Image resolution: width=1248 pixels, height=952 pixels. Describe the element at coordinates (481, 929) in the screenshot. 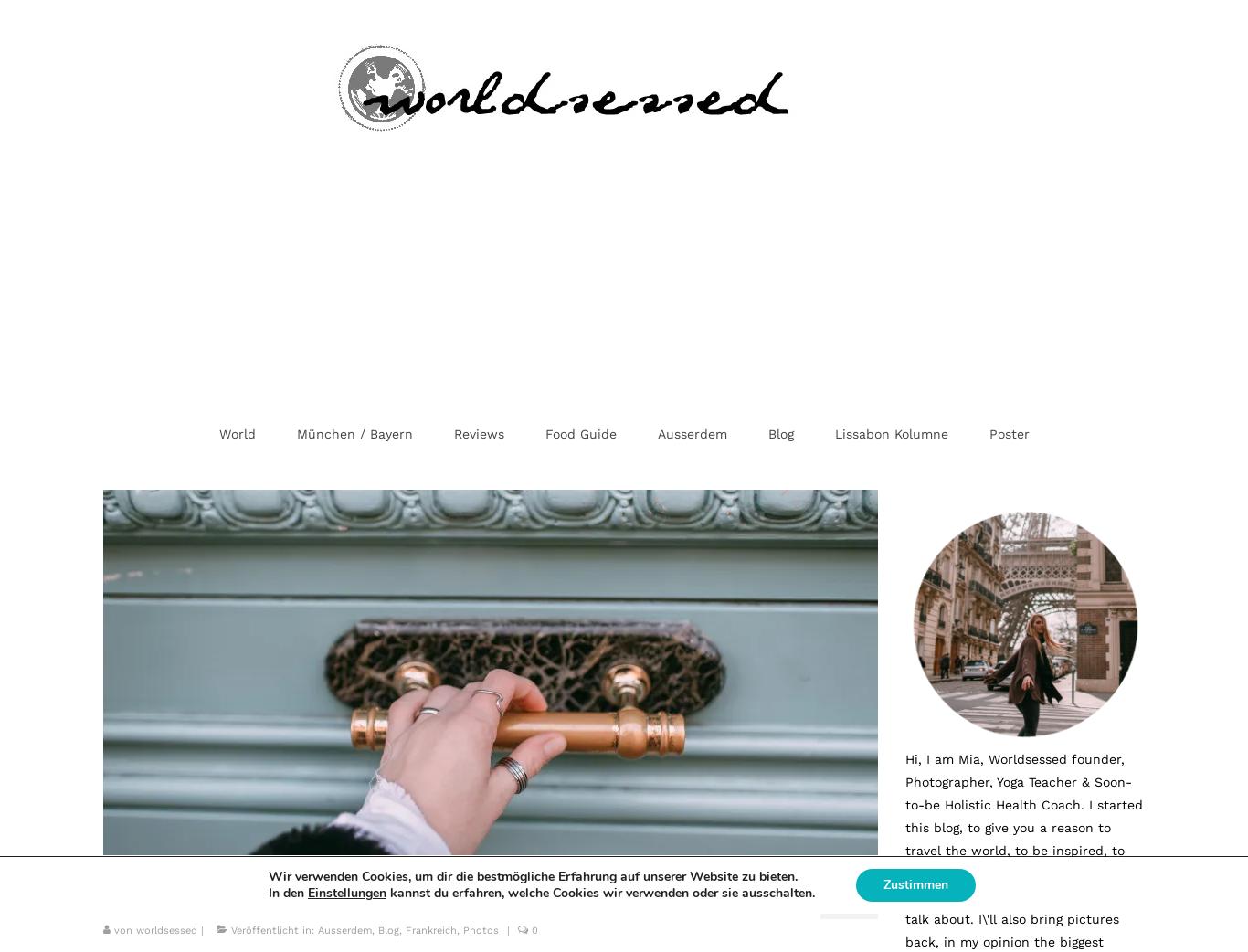

I see `'Photos'` at that location.